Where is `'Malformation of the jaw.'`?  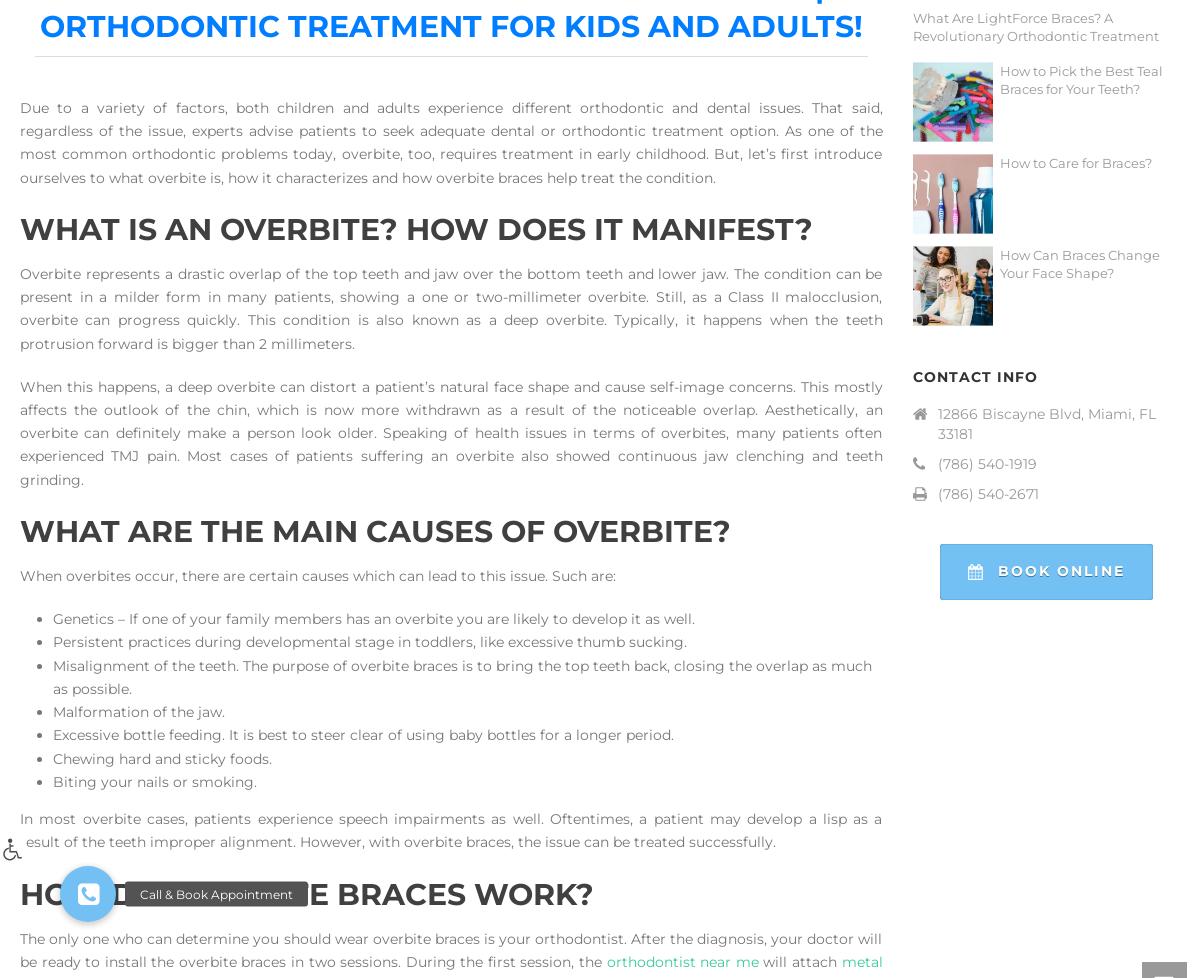
'Malformation of the jaw.' is located at coordinates (138, 711).